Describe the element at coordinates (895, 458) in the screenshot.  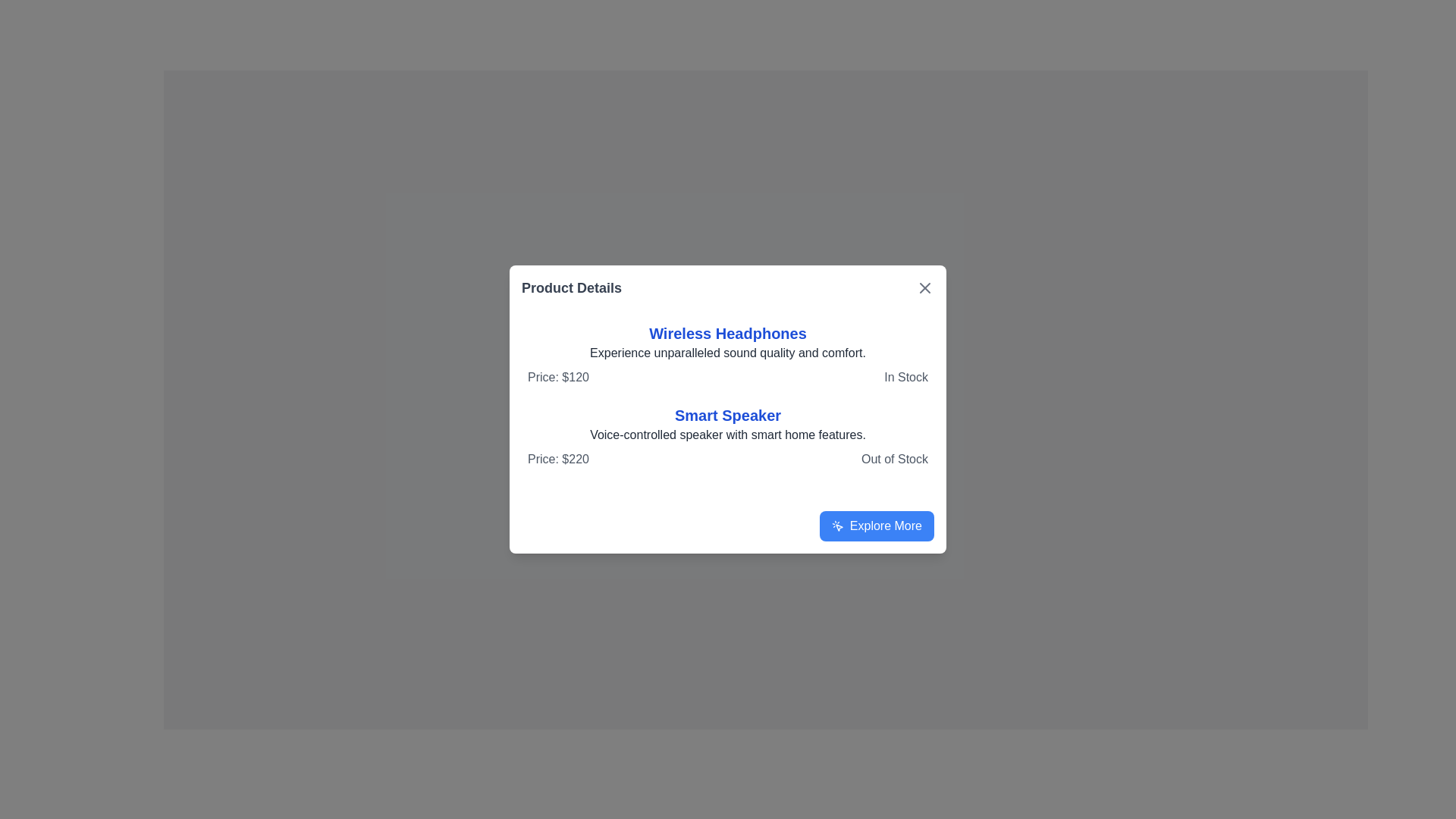
I see `the 'Out of Stock' text label located at the bottom right of the product description modal for the Smart Speaker` at that location.